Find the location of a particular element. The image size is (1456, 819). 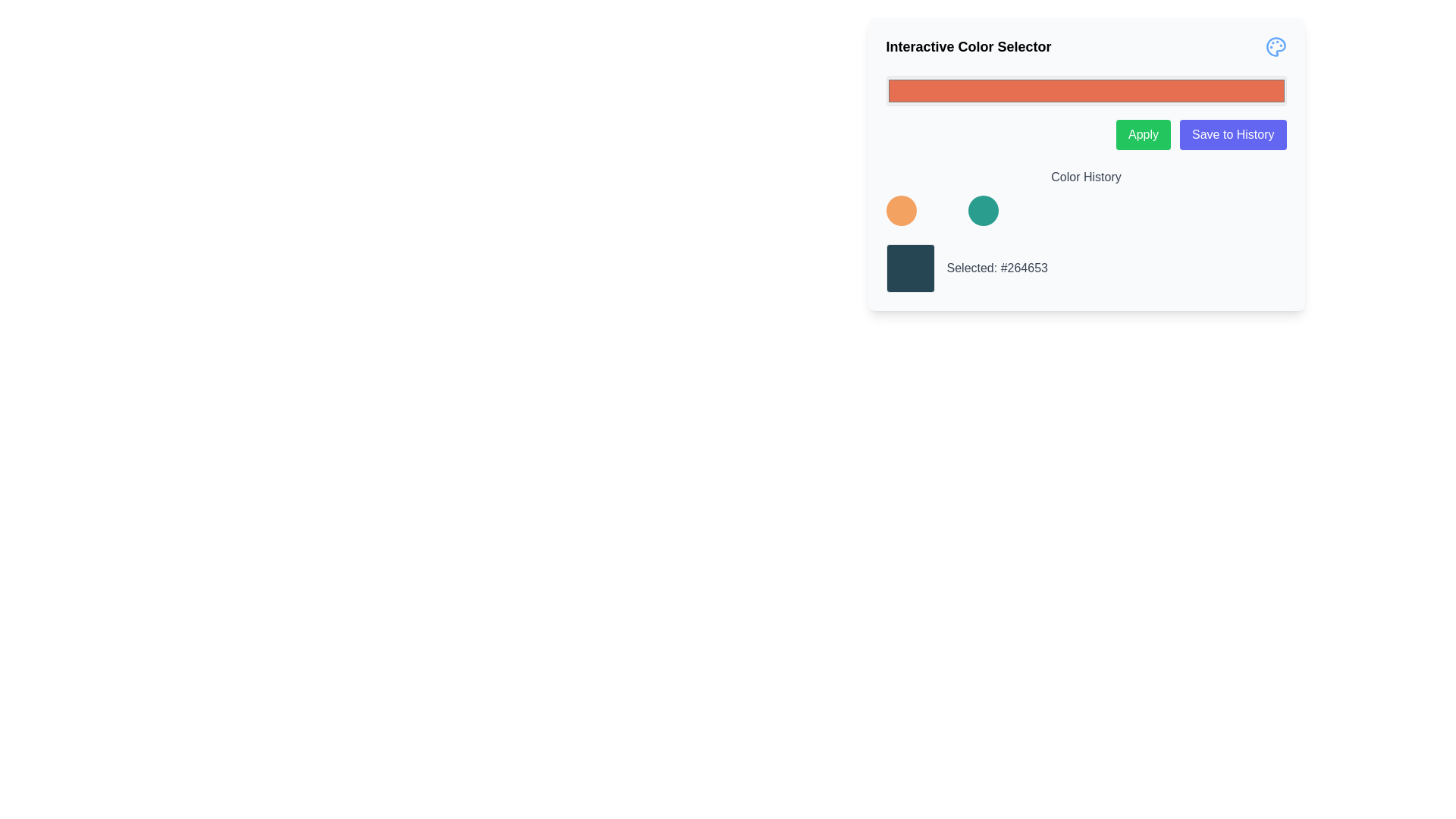

the 'Save to History' button with a blue background and white text located in the top-right corner of the interface is located at coordinates (1233, 133).